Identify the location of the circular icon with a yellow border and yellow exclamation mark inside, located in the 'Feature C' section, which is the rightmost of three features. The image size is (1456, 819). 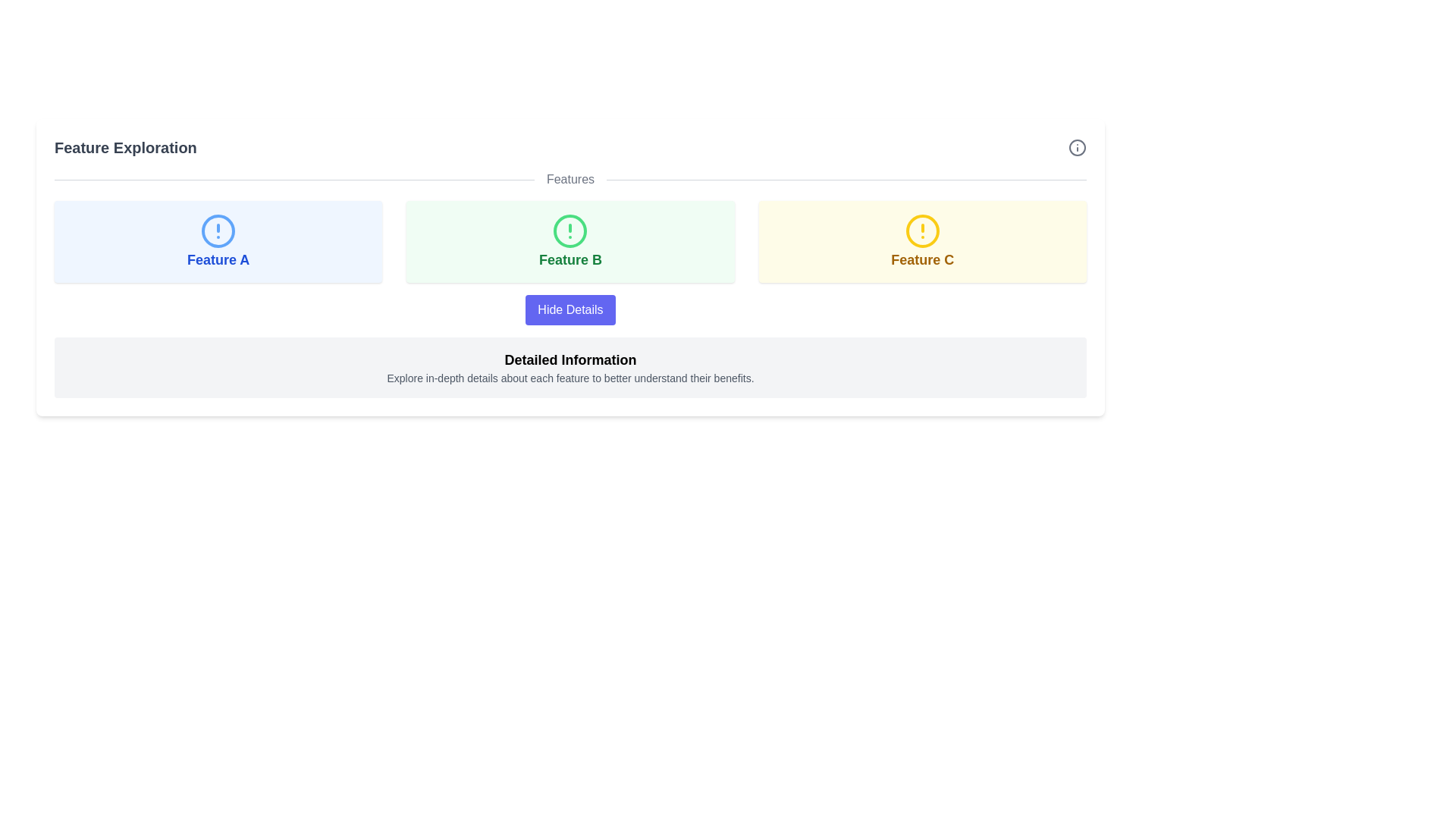
(921, 231).